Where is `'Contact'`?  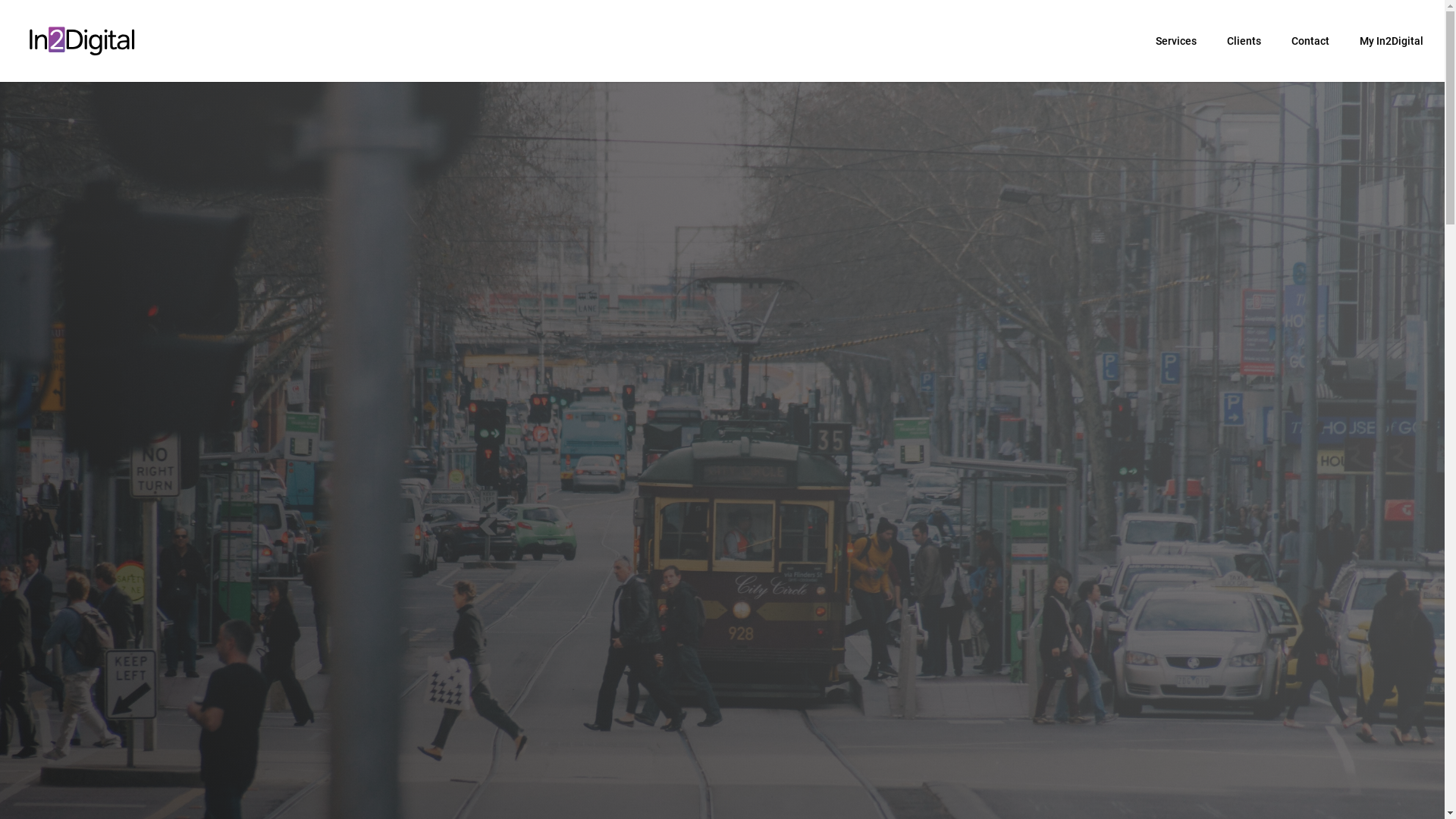 'Contact' is located at coordinates (1310, 40).